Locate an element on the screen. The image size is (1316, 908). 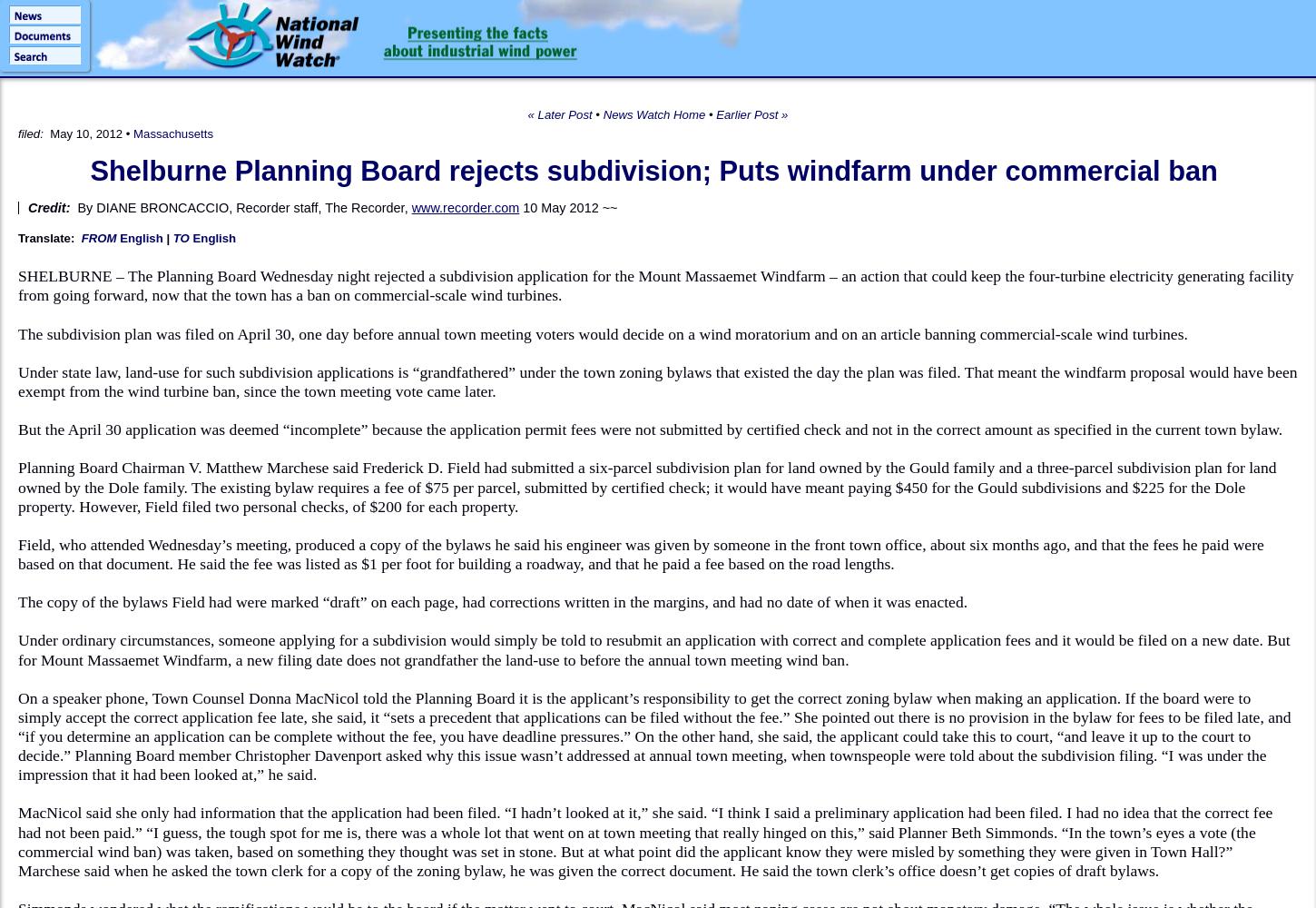
'The subdivision plan was filed on April 30, one day before annual town meeting voters would decide on a wind moratorium and on an article banning commercial-scale wind turbines.' is located at coordinates (601, 332).